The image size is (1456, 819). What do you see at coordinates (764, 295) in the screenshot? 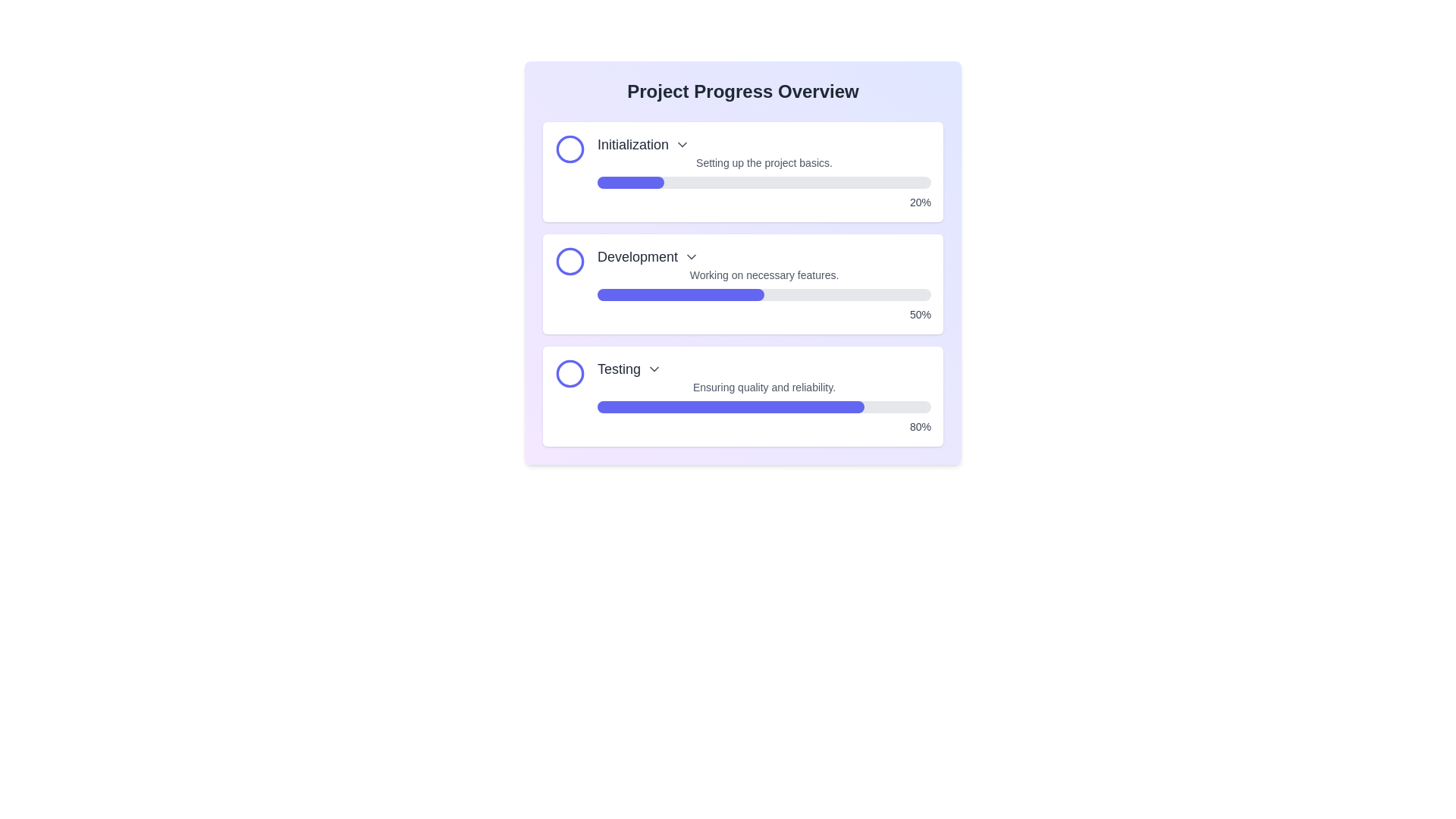
I see `the progress bar located in the 'Development' section of the second card, which indicates that 50% of the goal has been achieved` at bounding box center [764, 295].